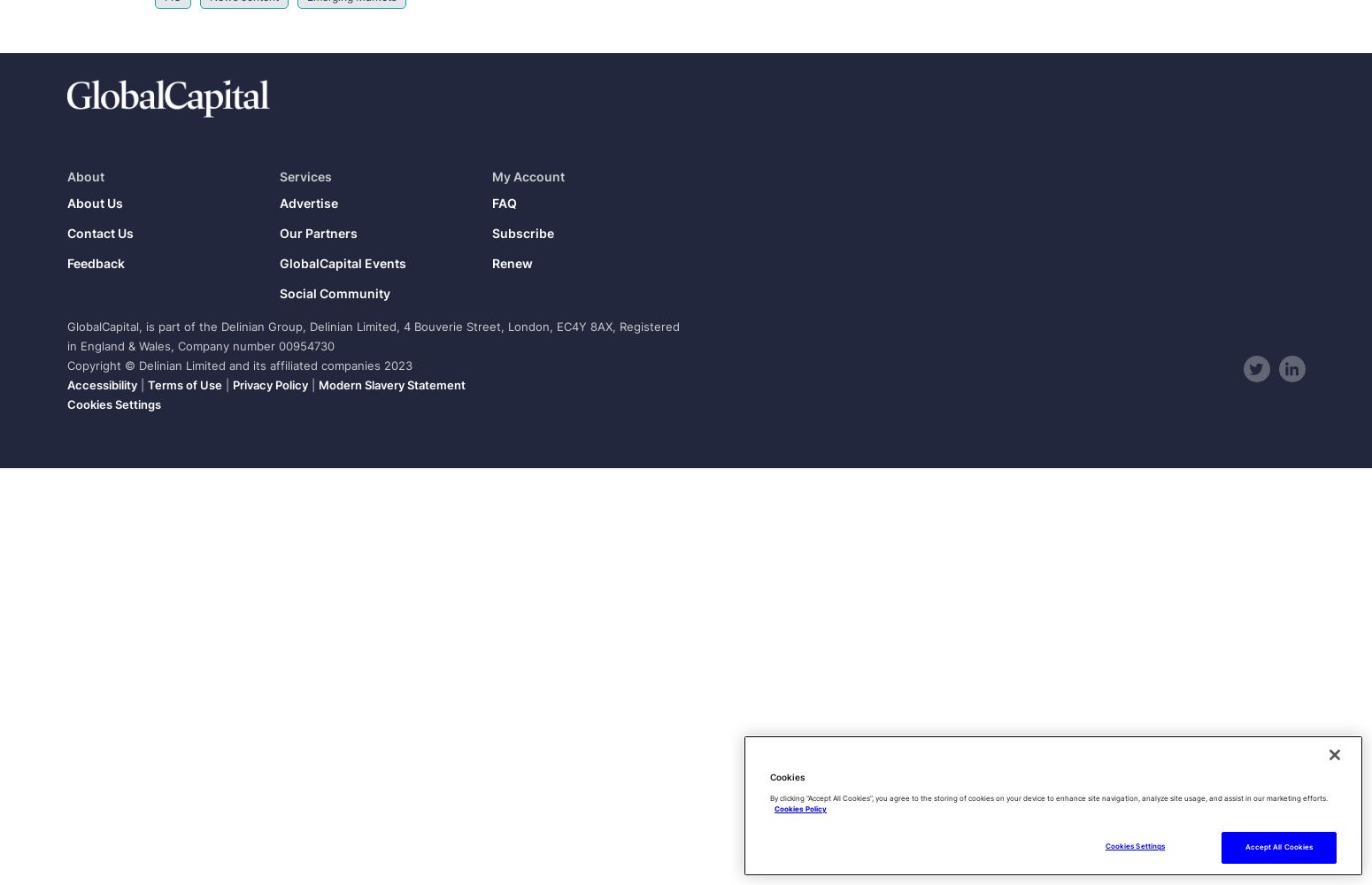  What do you see at coordinates (521, 233) in the screenshot?
I see `'Subscribe'` at bounding box center [521, 233].